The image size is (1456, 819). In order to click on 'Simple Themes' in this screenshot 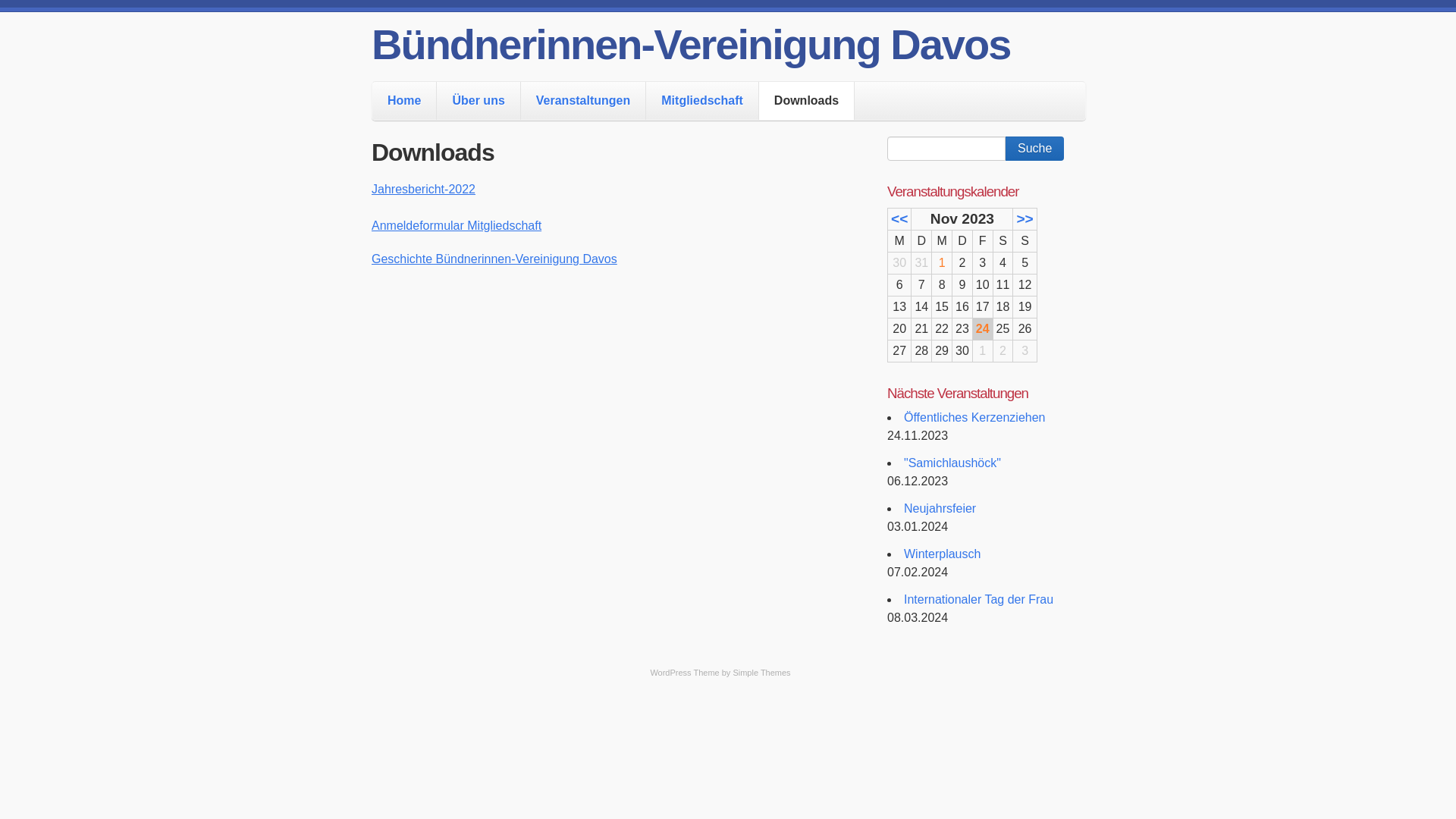, I will do `click(761, 672)`.